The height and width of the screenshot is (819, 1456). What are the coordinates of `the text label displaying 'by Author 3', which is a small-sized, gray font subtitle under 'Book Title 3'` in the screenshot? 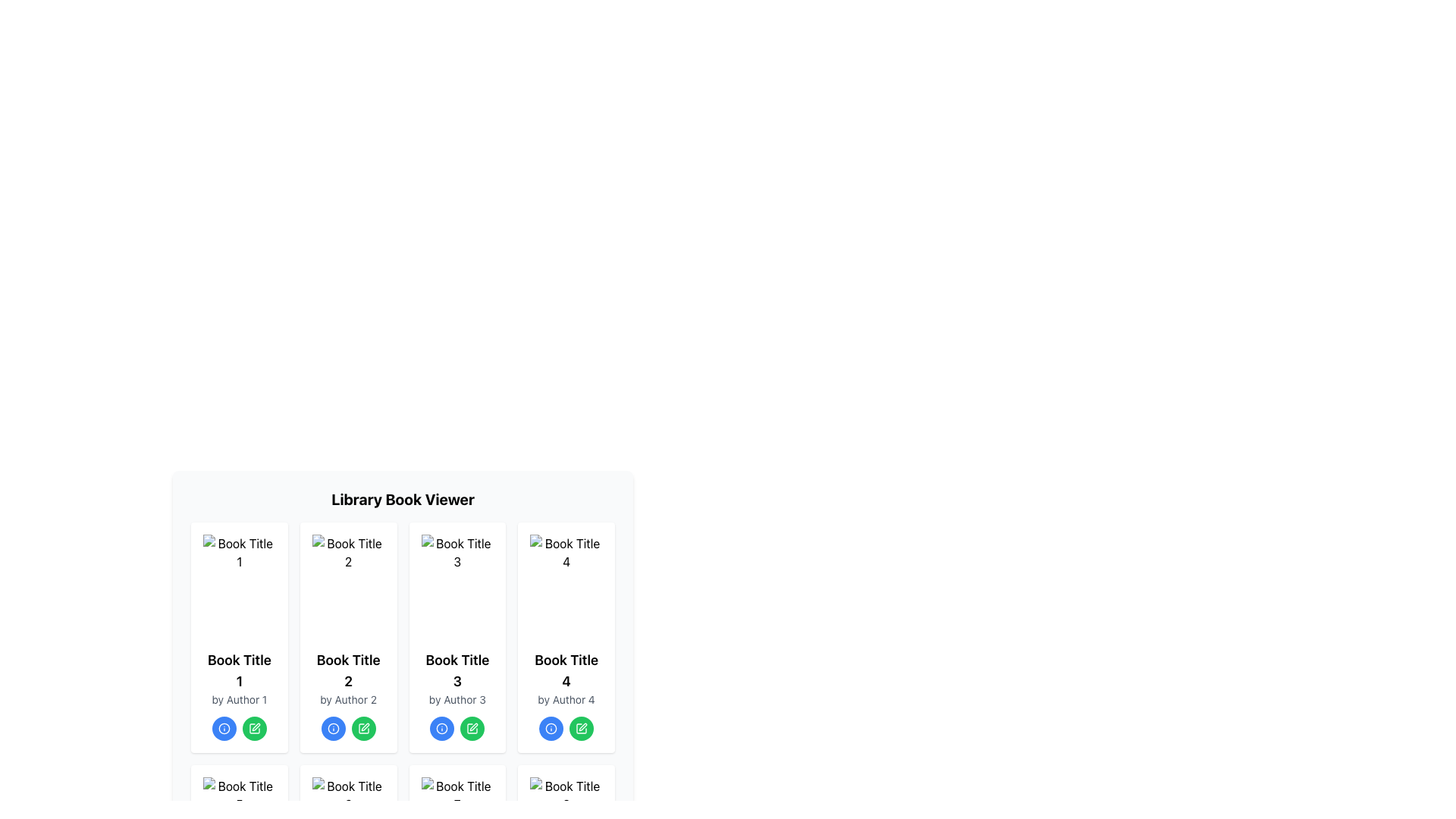 It's located at (457, 699).